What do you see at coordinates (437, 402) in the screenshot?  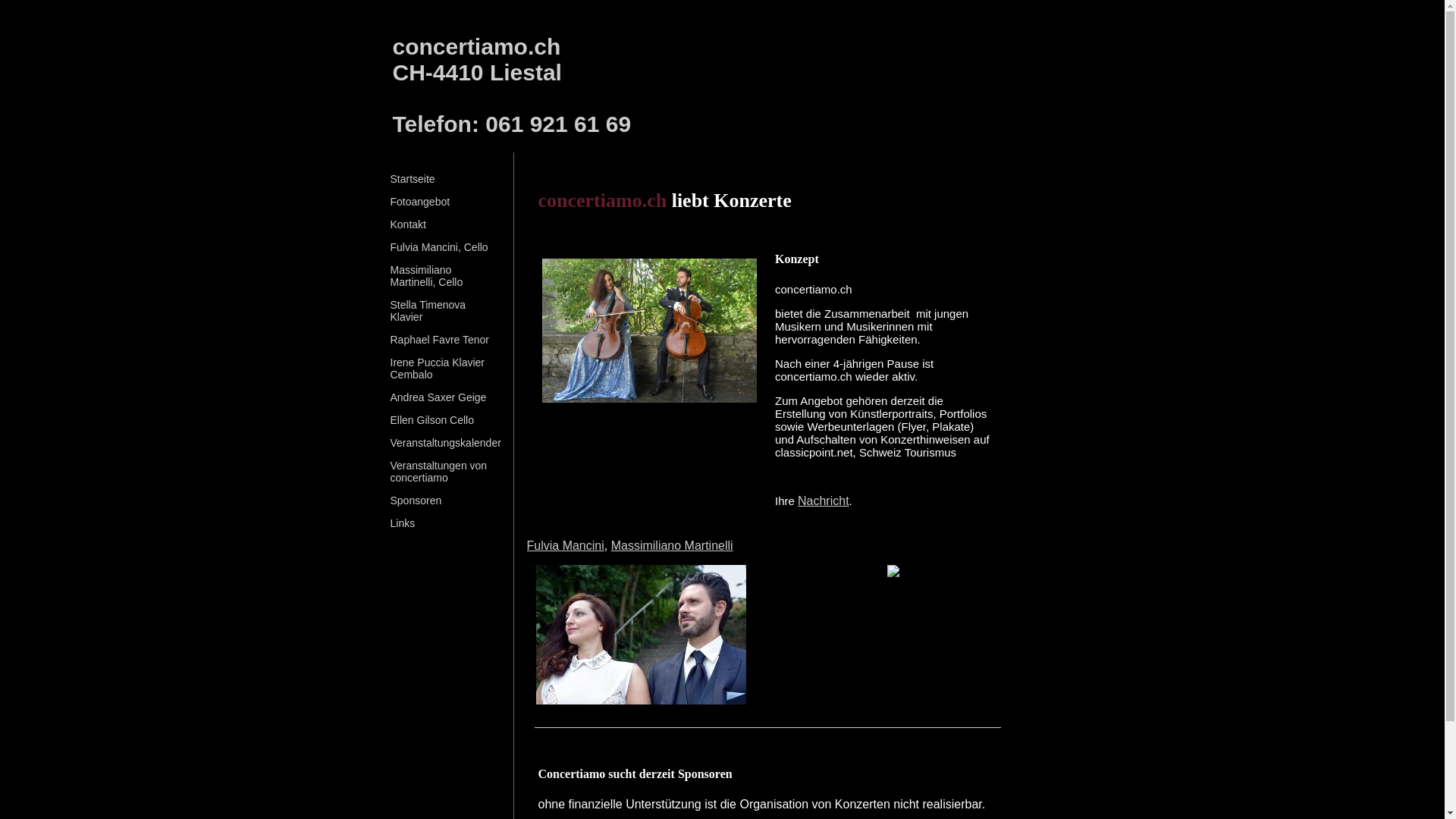 I see `'Andrea Saxer Geige'` at bounding box center [437, 402].